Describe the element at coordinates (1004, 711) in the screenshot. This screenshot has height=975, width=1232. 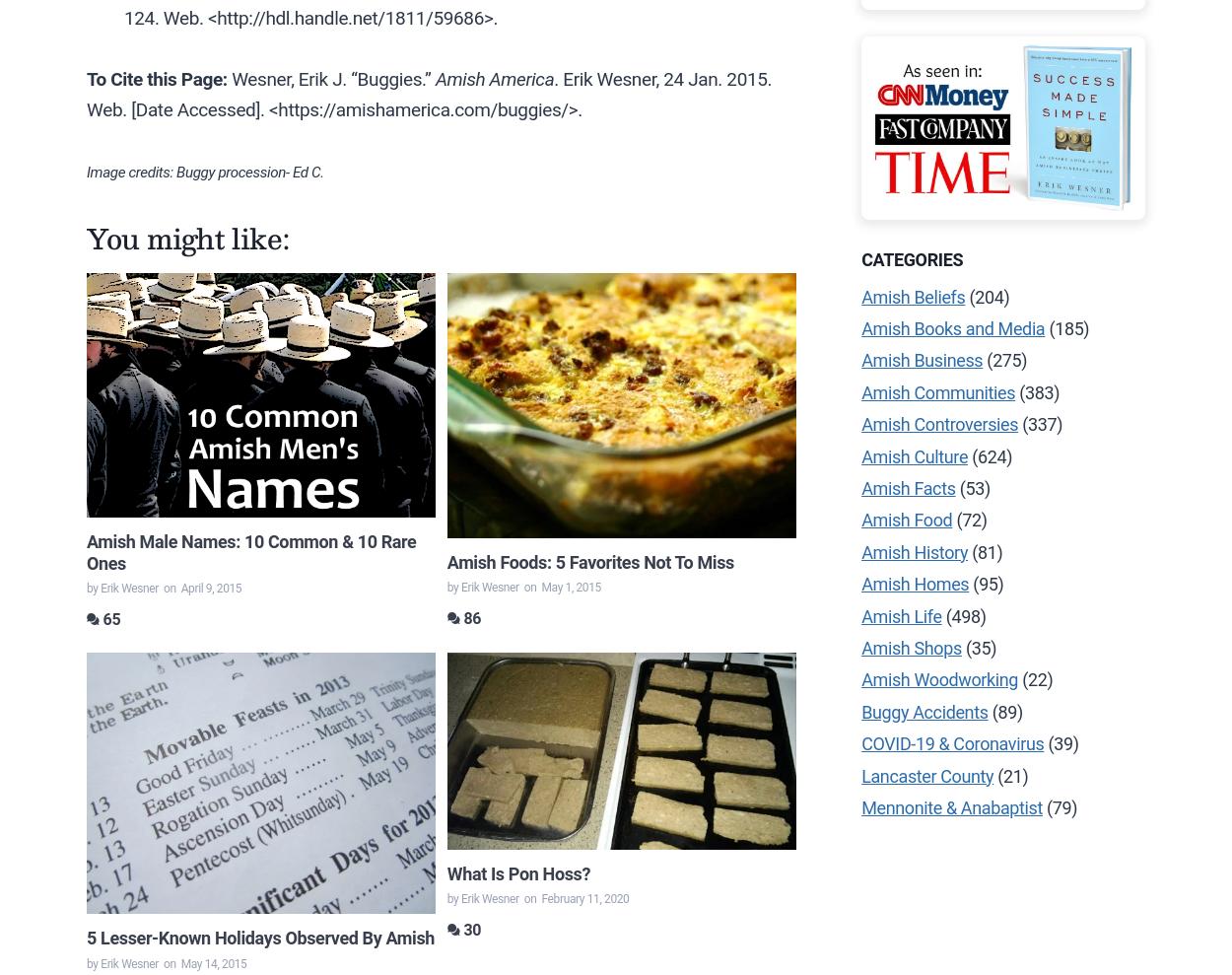
I see `'(89)'` at that location.